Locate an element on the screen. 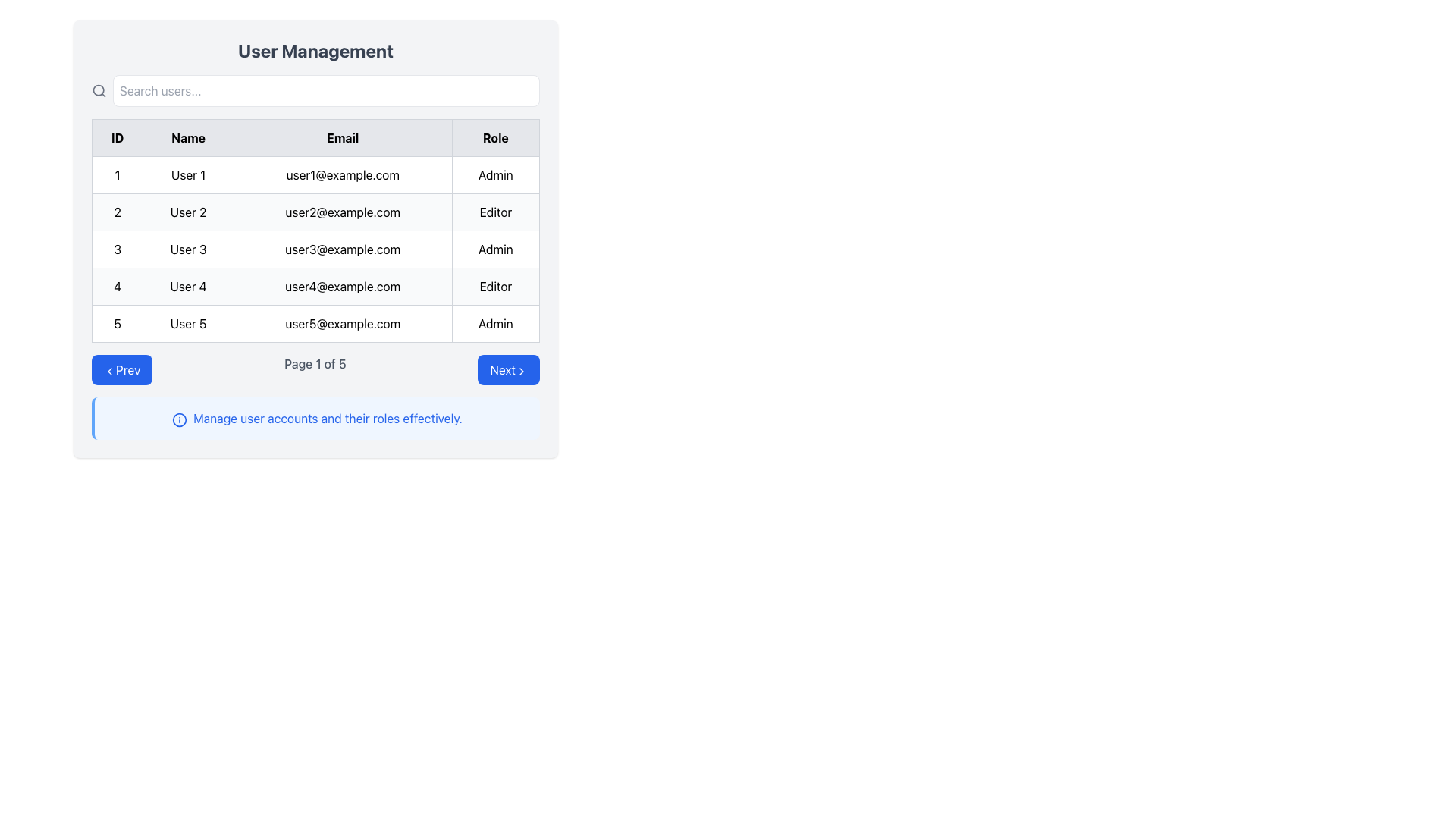 The width and height of the screenshot is (1456, 819). the static text label displaying 'User 1' in the user management table, located in the first row under the 'Name' column is located at coordinates (187, 174).